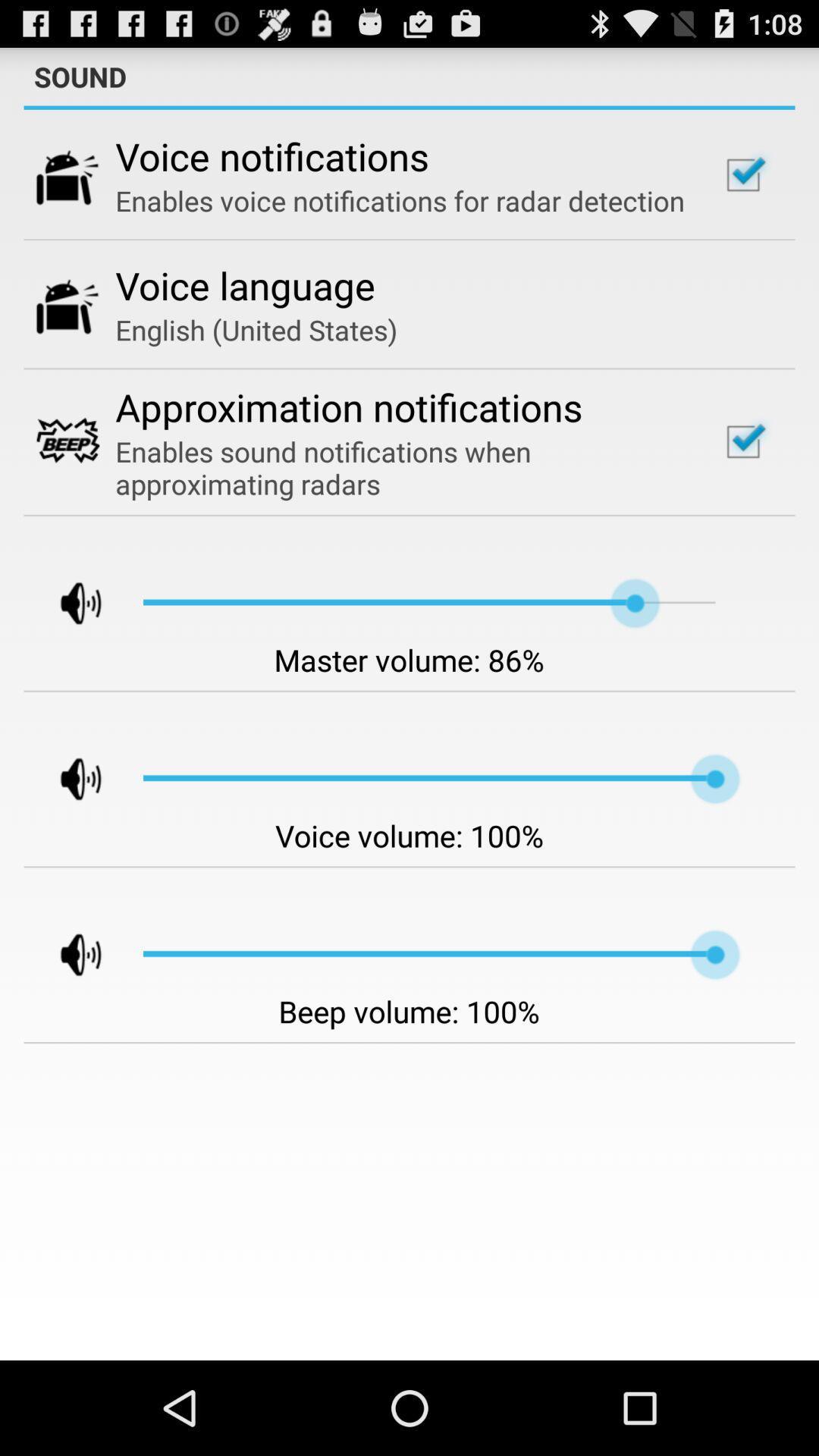  I want to click on voice language item, so click(244, 285).